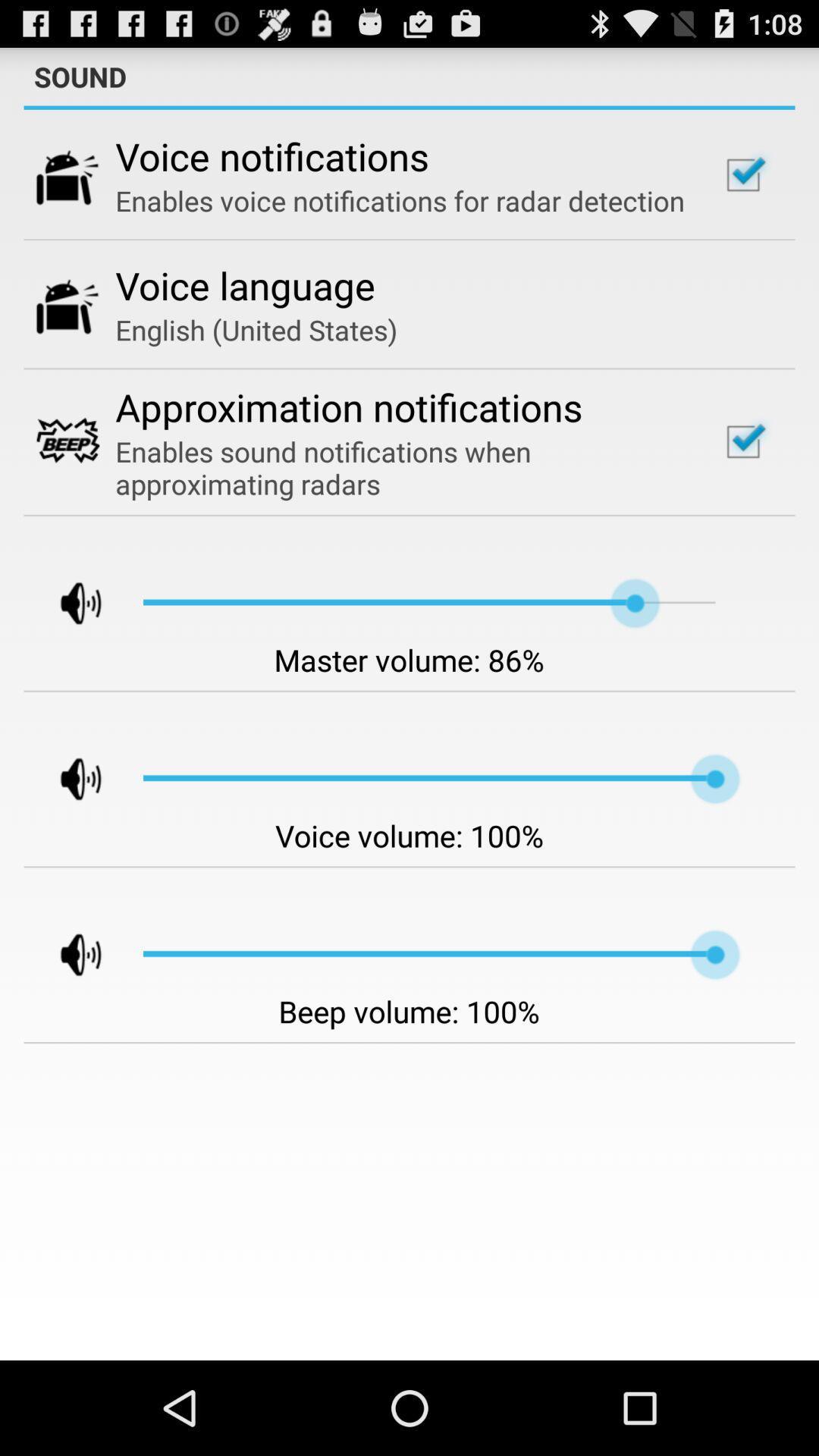  I want to click on voice language item, so click(244, 285).